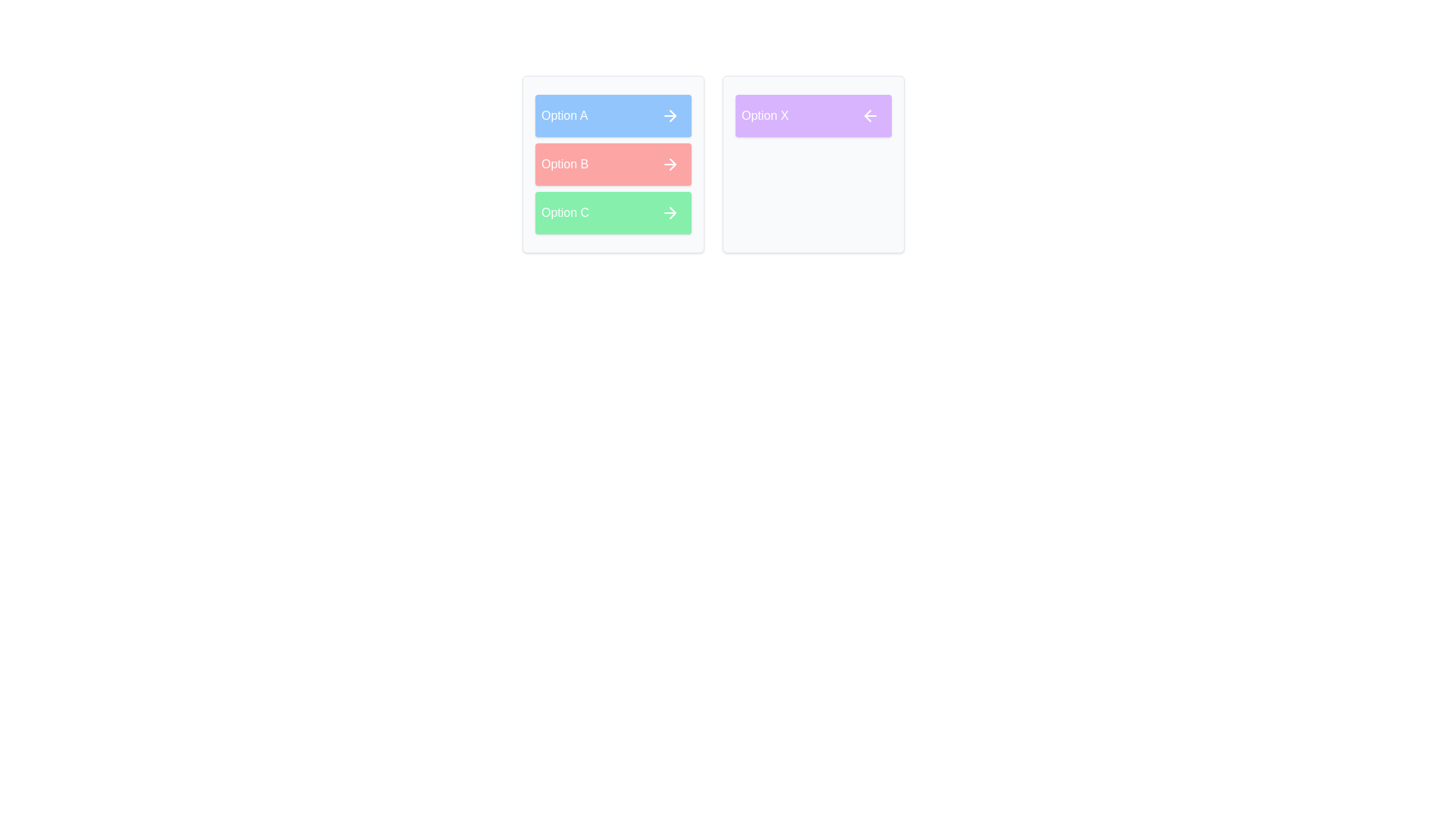  Describe the element at coordinates (613, 164) in the screenshot. I see `the item Option B in the list` at that location.